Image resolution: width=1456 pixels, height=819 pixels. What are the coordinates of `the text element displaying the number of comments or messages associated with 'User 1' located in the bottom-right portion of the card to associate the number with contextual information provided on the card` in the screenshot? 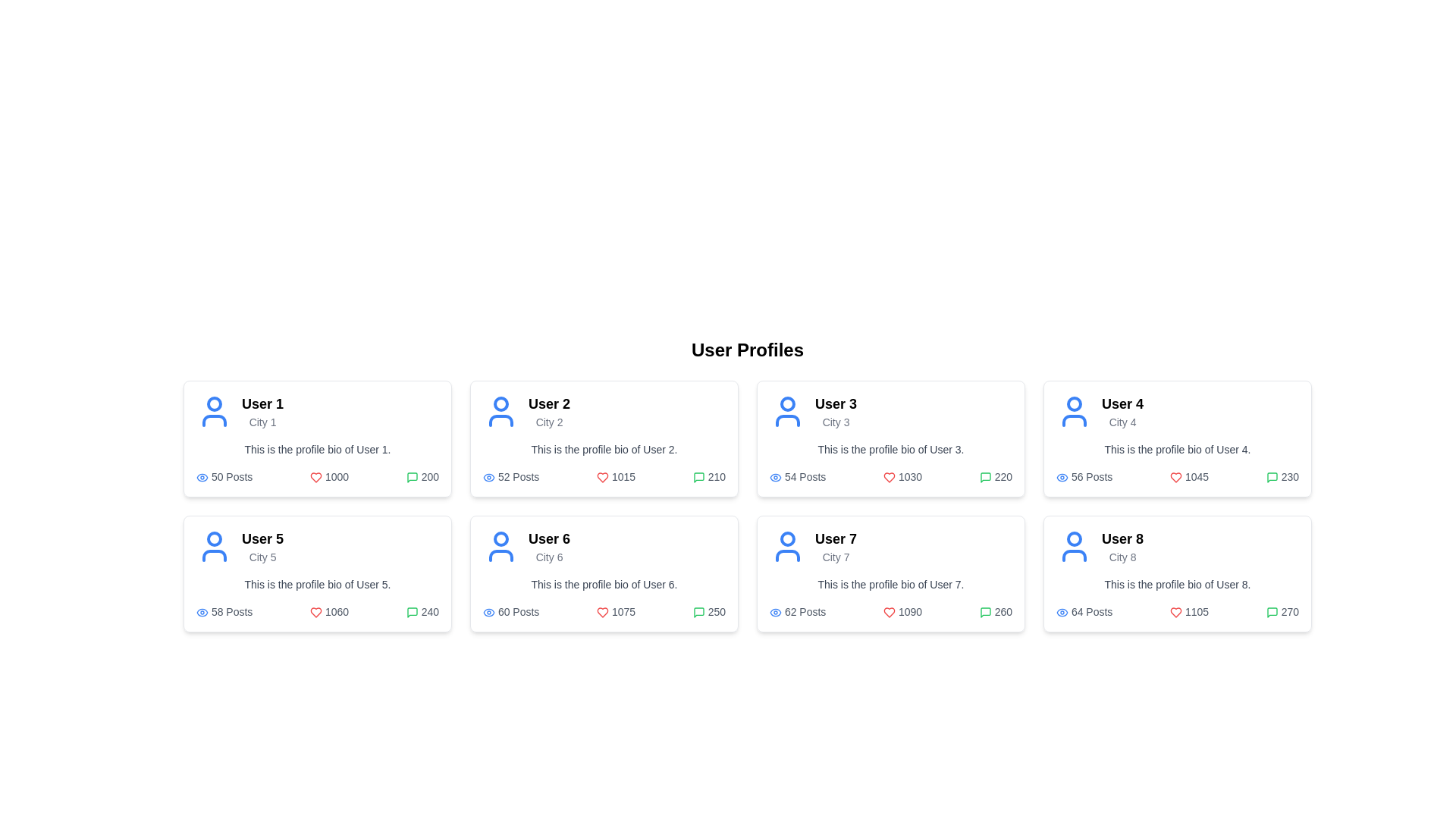 It's located at (422, 475).